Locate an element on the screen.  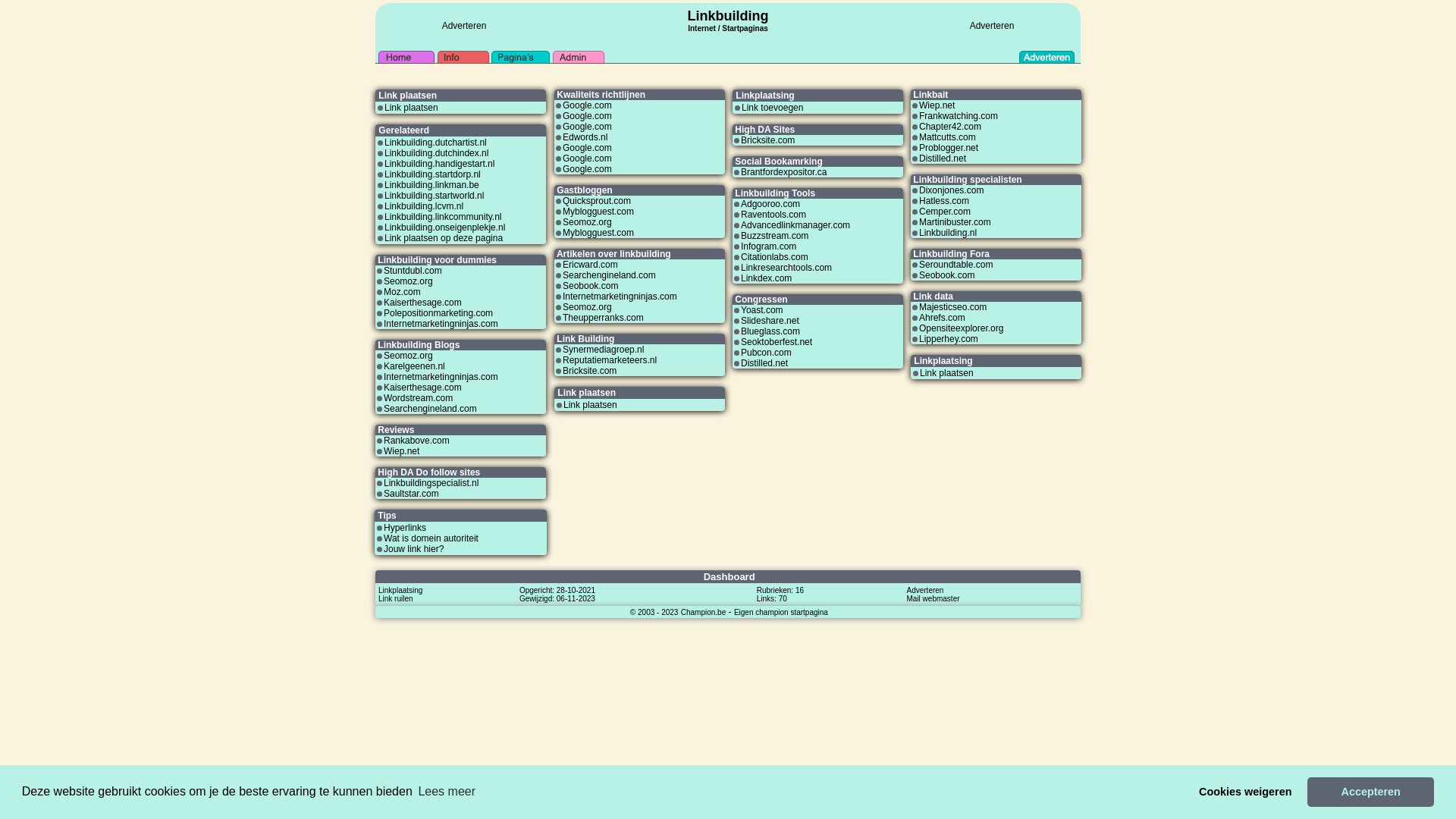
'Opensiteexplorer.org' is located at coordinates (960, 327).